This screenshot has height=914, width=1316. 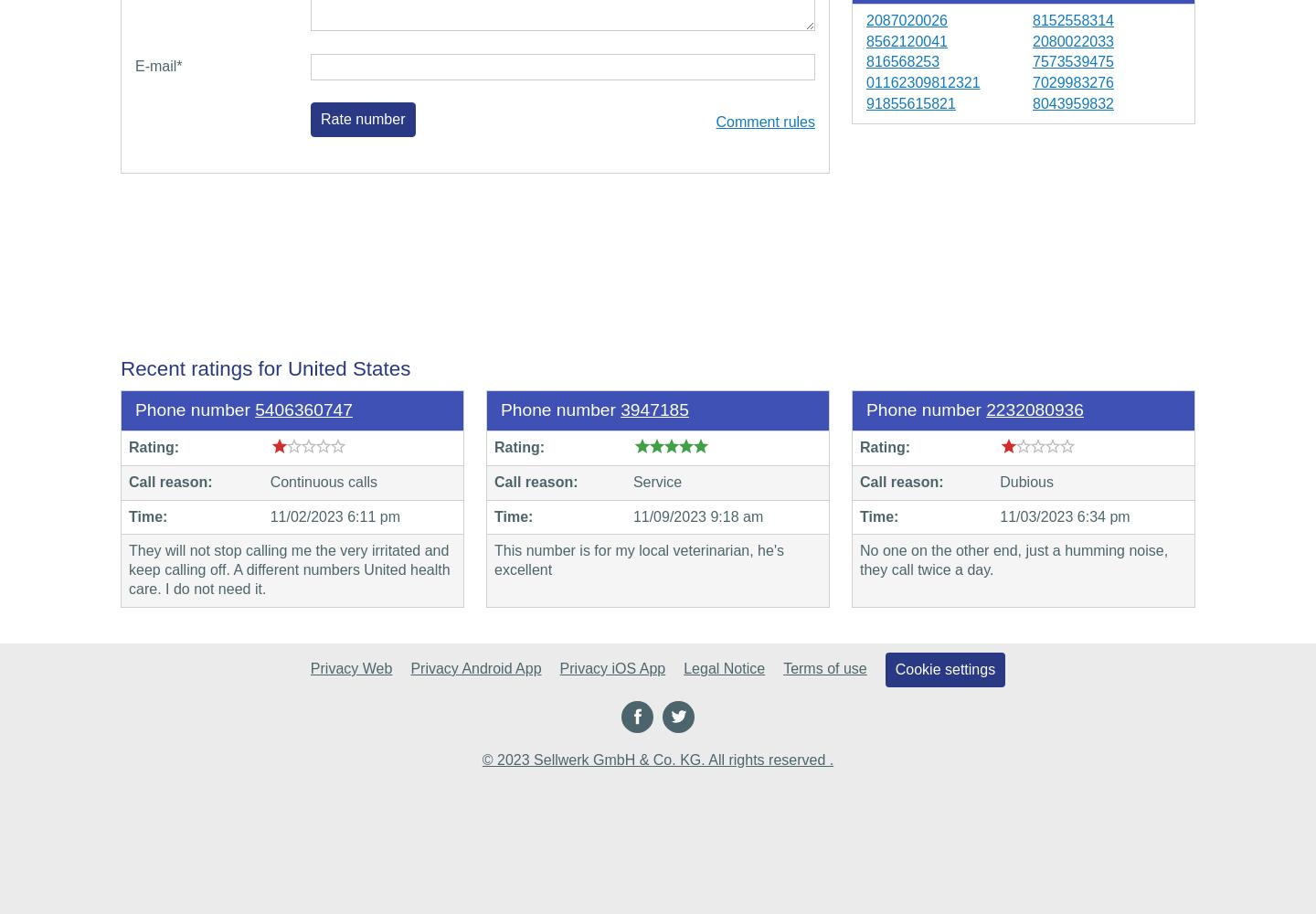 What do you see at coordinates (323, 481) in the screenshot?
I see `'Continuous calls'` at bounding box center [323, 481].